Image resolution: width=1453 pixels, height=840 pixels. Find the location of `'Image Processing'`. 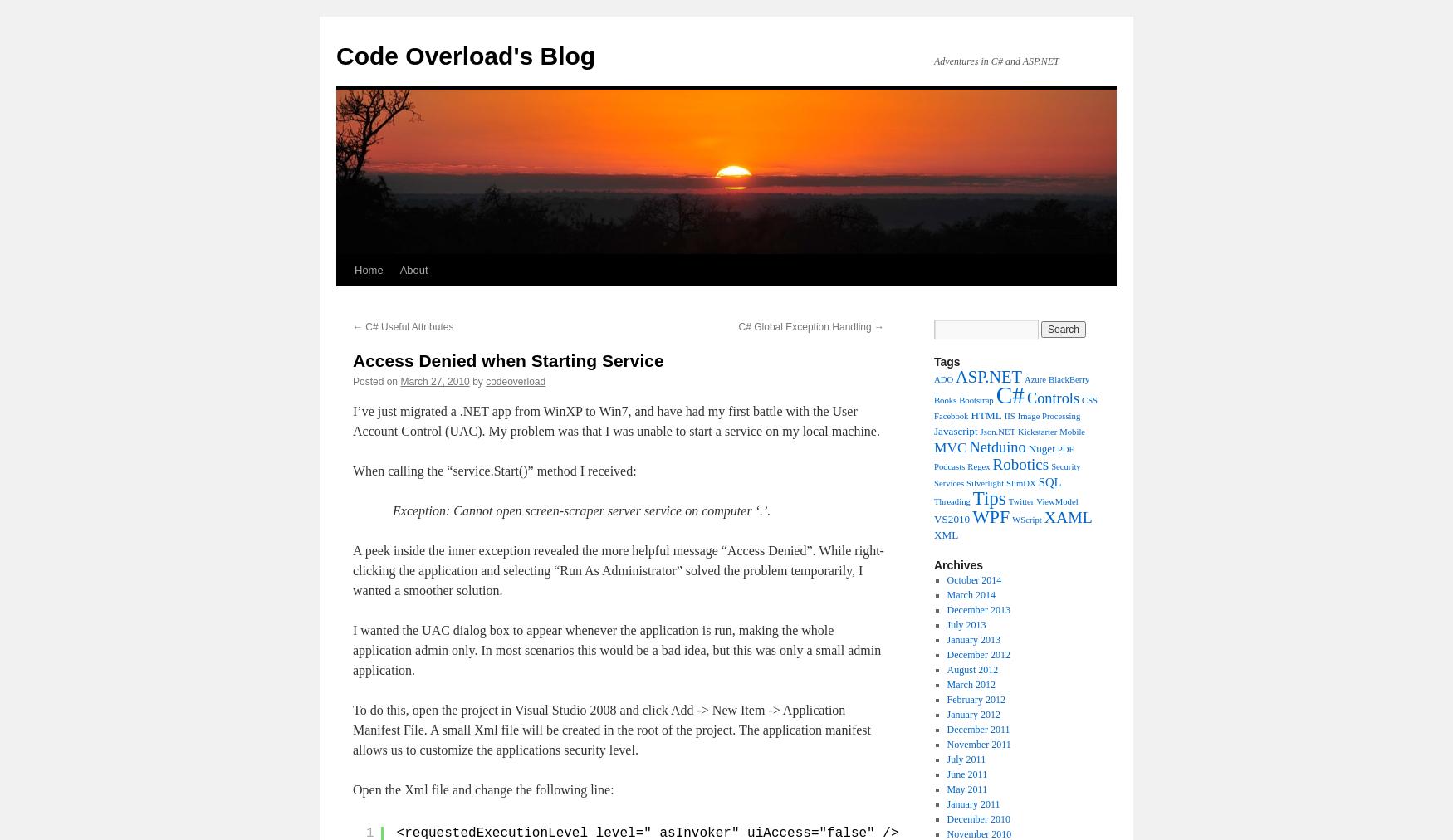

'Image Processing' is located at coordinates (1047, 416).